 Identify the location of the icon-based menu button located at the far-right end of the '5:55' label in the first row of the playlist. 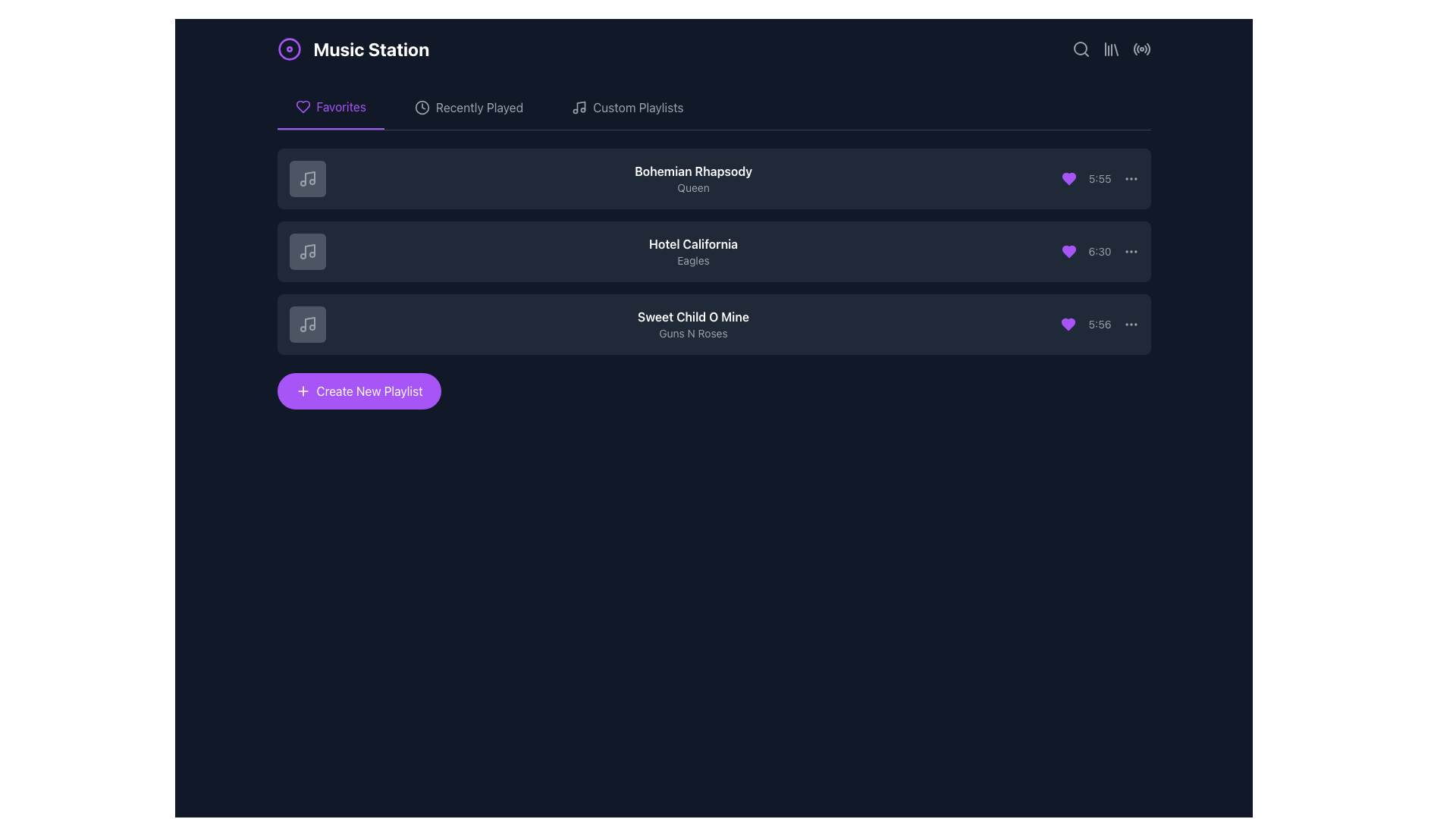
(1131, 177).